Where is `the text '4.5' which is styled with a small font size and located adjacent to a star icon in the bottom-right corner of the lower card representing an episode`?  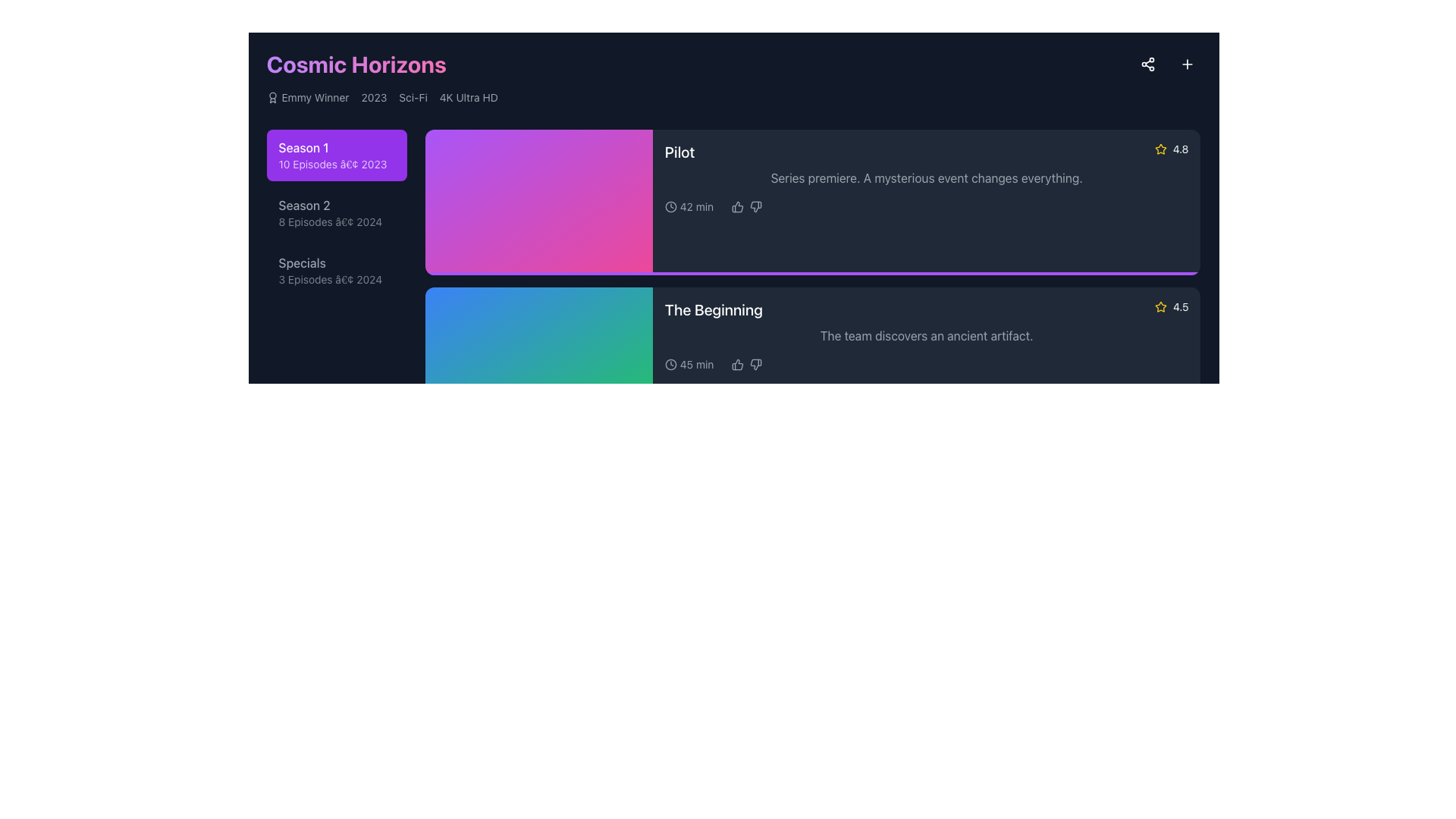 the text '4.5' which is styled with a small font size and located adjacent to a star icon in the bottom-right corner of the lower card representing an episode is located at coordinates (1180, 307).